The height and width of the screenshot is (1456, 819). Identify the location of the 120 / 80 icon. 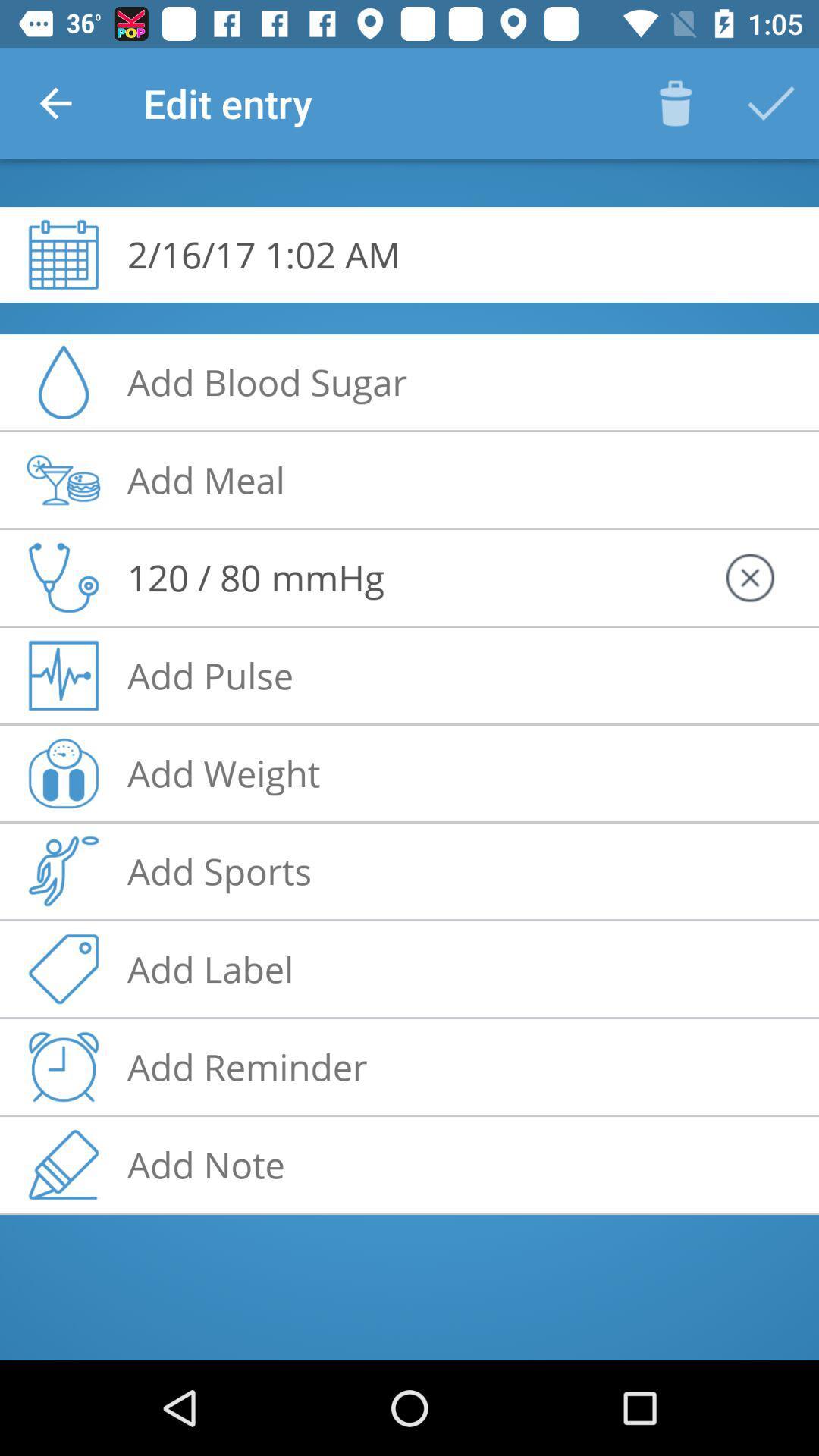
(193, 576).